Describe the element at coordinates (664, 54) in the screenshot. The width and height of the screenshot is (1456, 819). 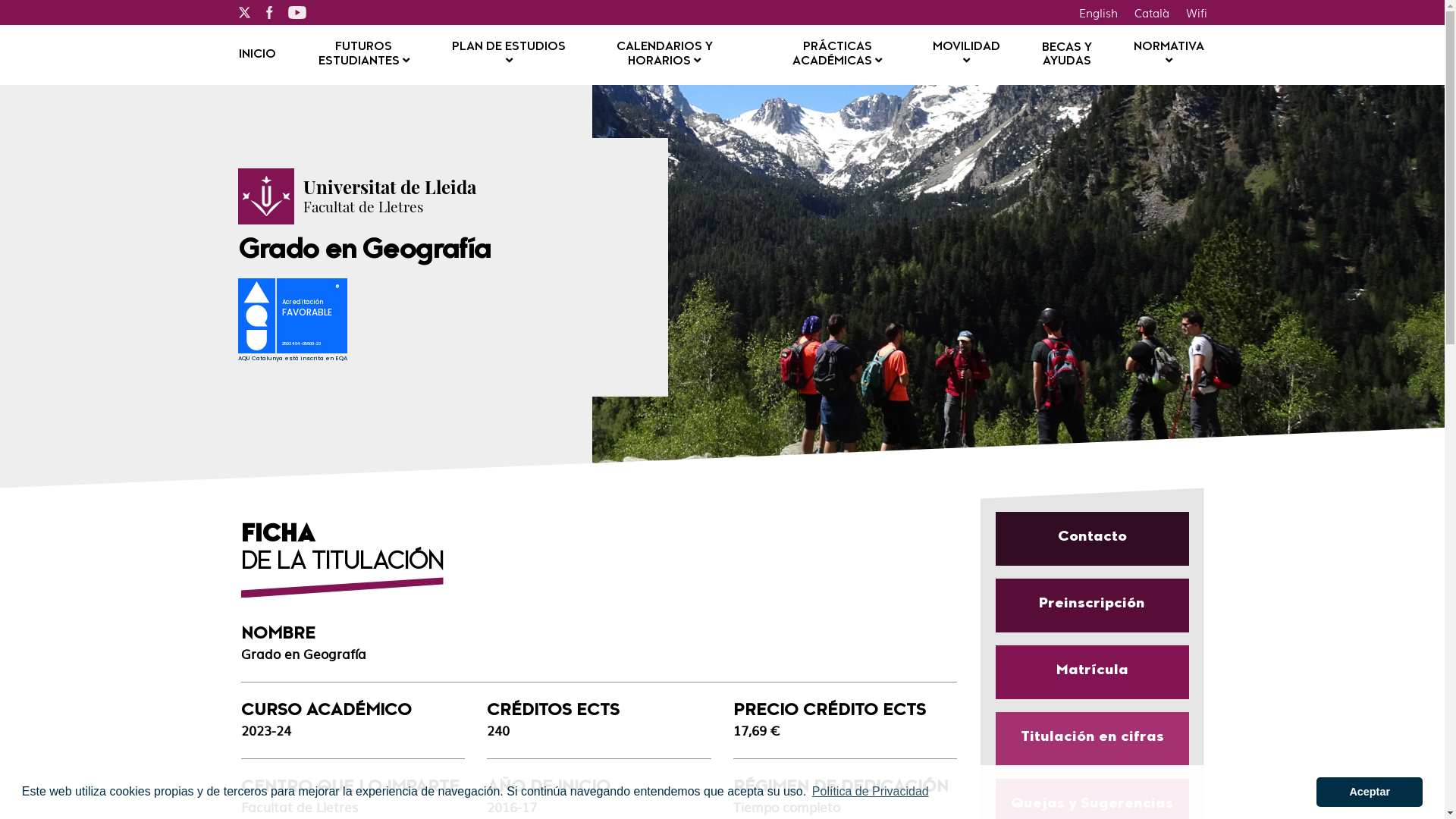
I see `'CALENDARIOS Y HORARIOS'` at that location.